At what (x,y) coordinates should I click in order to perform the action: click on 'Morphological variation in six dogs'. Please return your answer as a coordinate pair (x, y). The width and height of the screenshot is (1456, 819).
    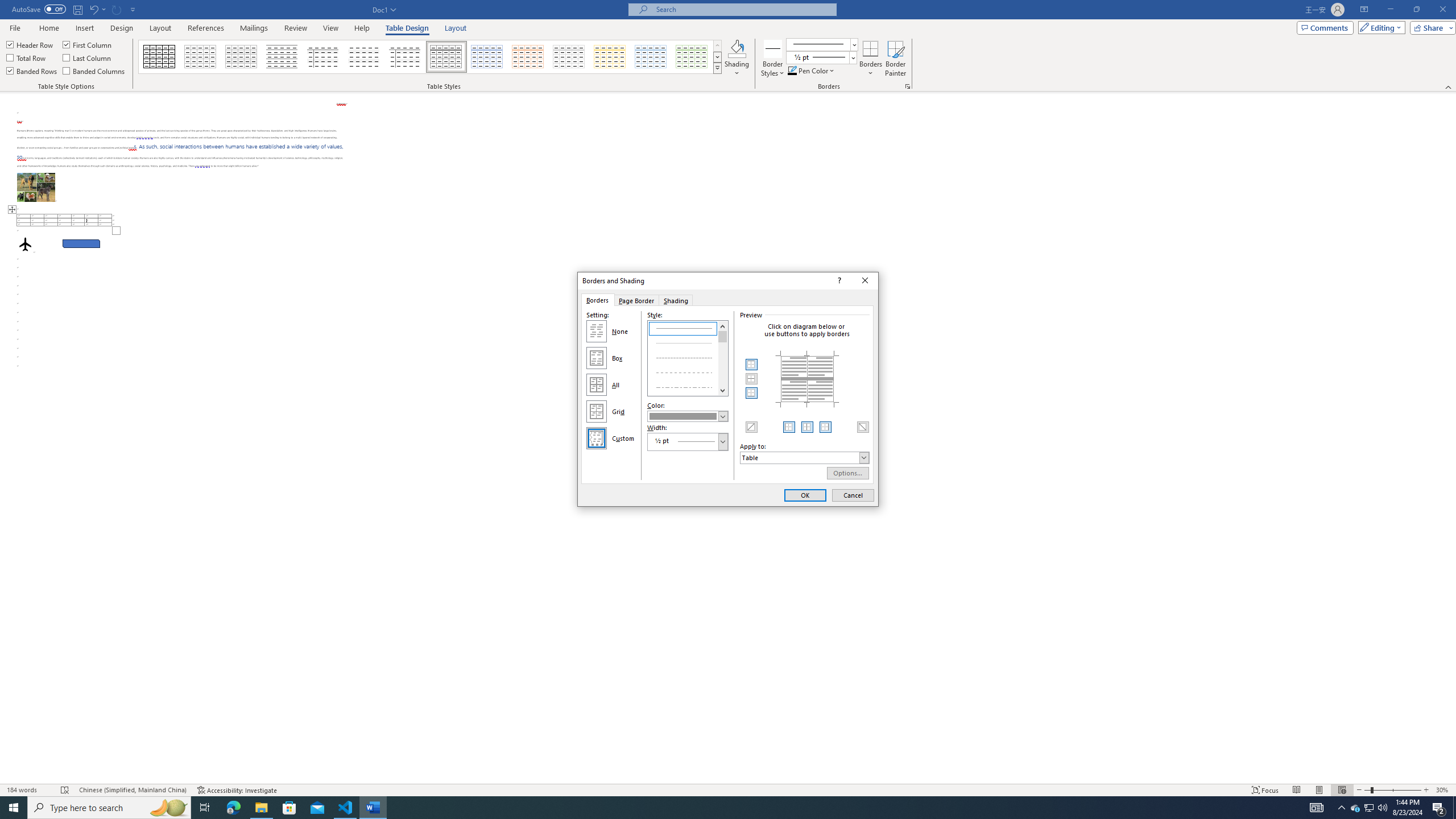
    Looking at the image, I should click on (36, 187).